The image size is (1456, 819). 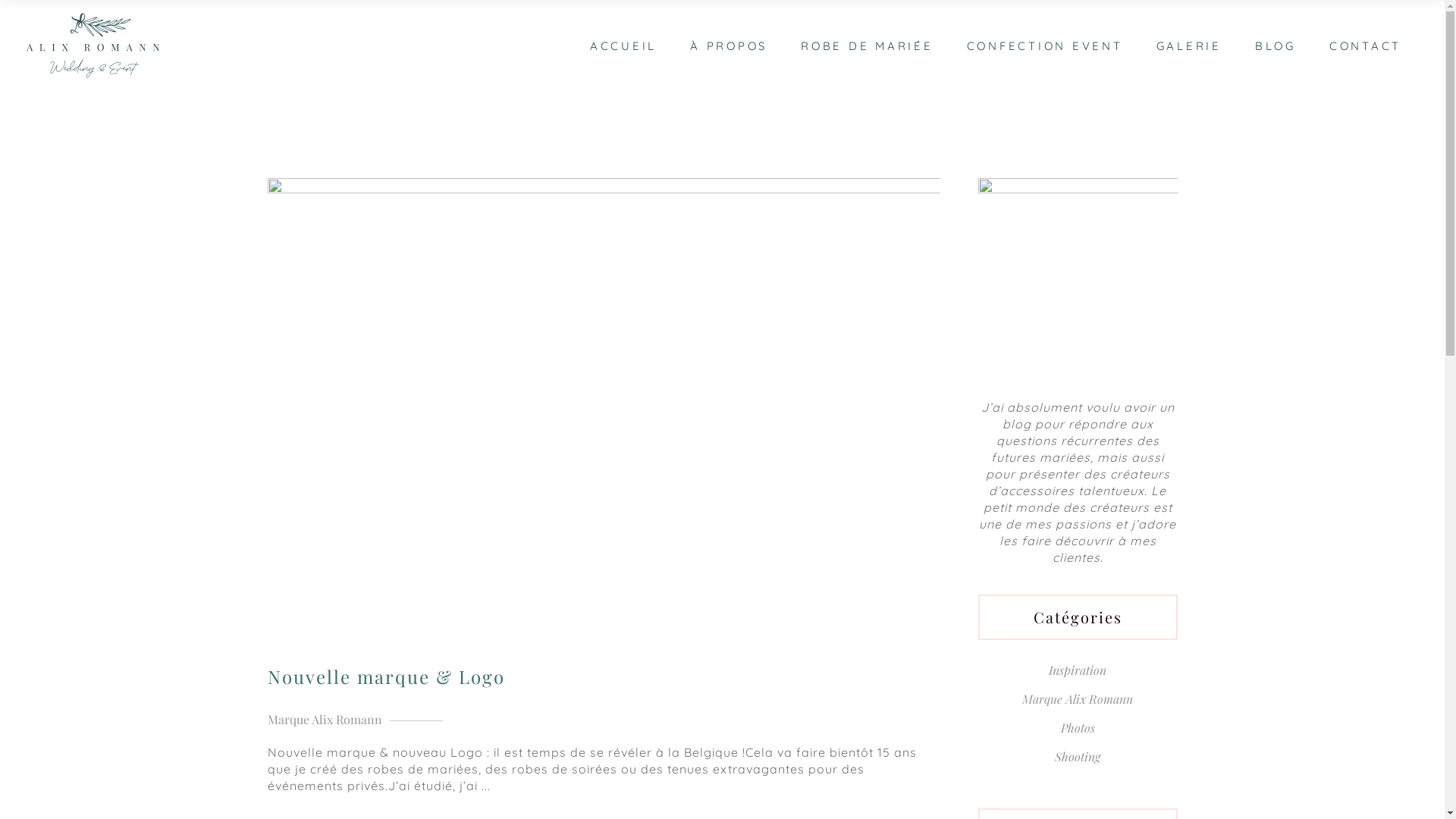 I want to click on 'CONTACT', so click(x=1312, y=45).